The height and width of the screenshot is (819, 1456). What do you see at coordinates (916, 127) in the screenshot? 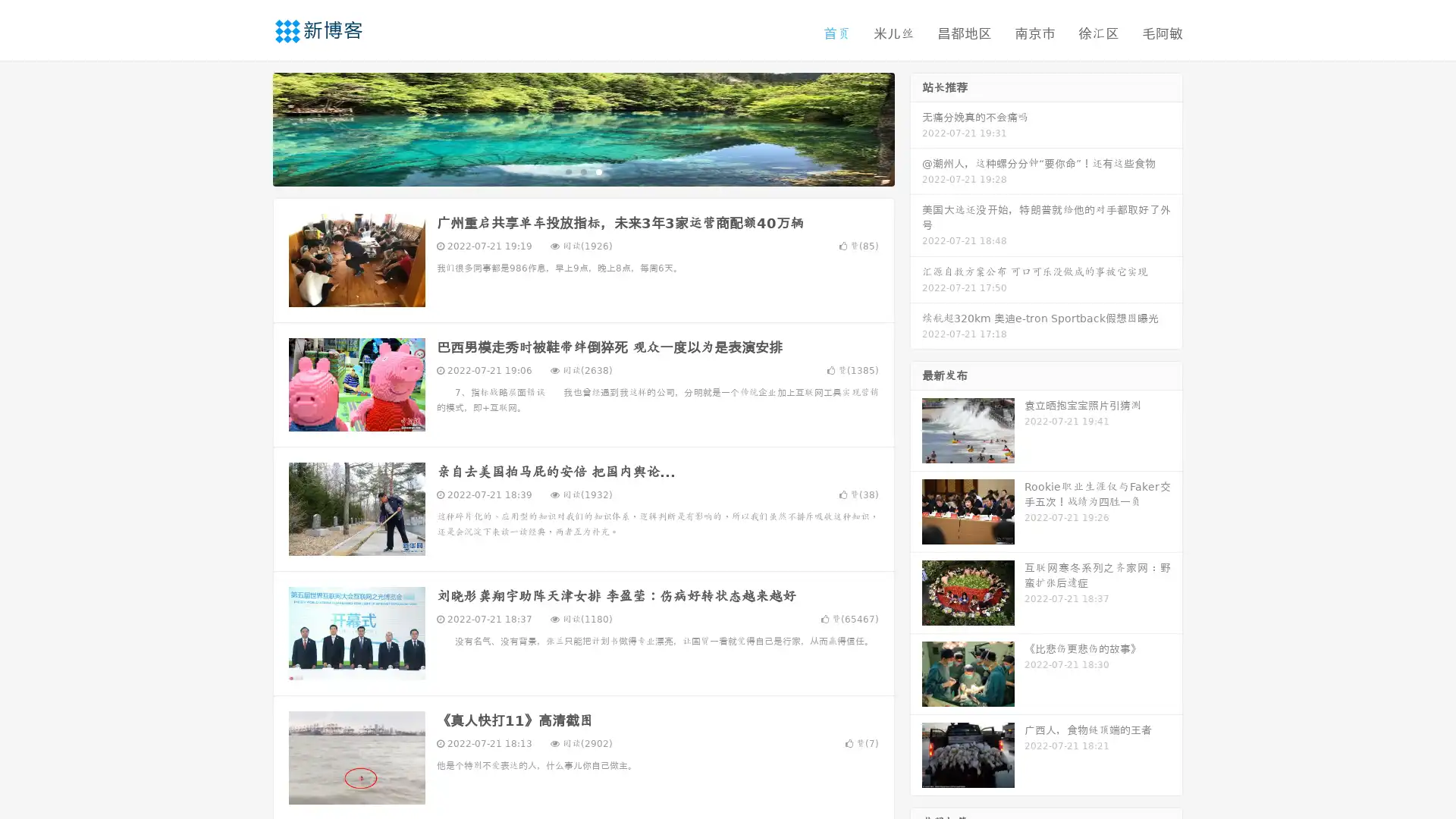
I see `Next slide` at bounding box center [916, 127].